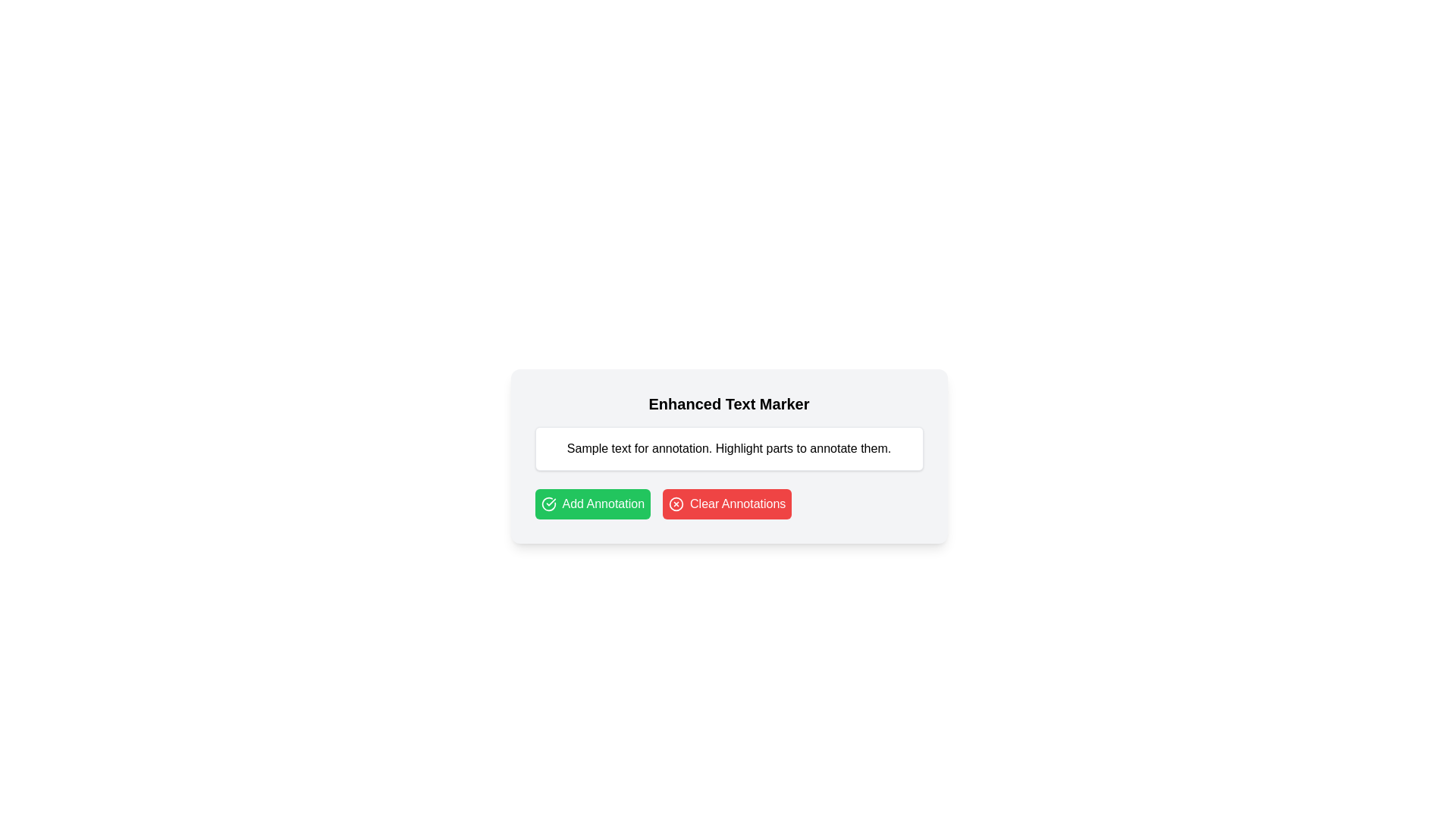 This screenshot has width=1456, height=819. Describe the element at coordinates (690, 447) in the screenshot. I see `the character 't' in the word 'annotation' located in the text field containing 'Sample text for annotation. Highlight parts to annotate them.'` at that location.